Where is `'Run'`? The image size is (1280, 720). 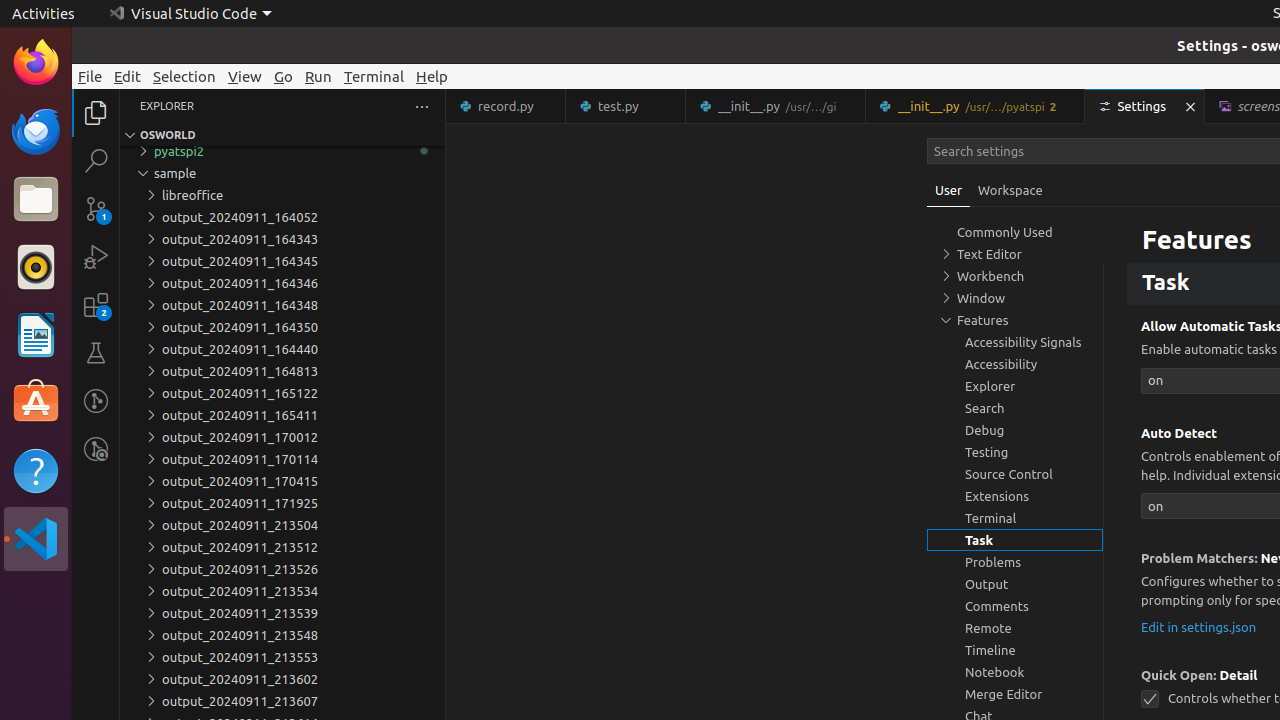
'Run' is located at coordinates (317, 75).